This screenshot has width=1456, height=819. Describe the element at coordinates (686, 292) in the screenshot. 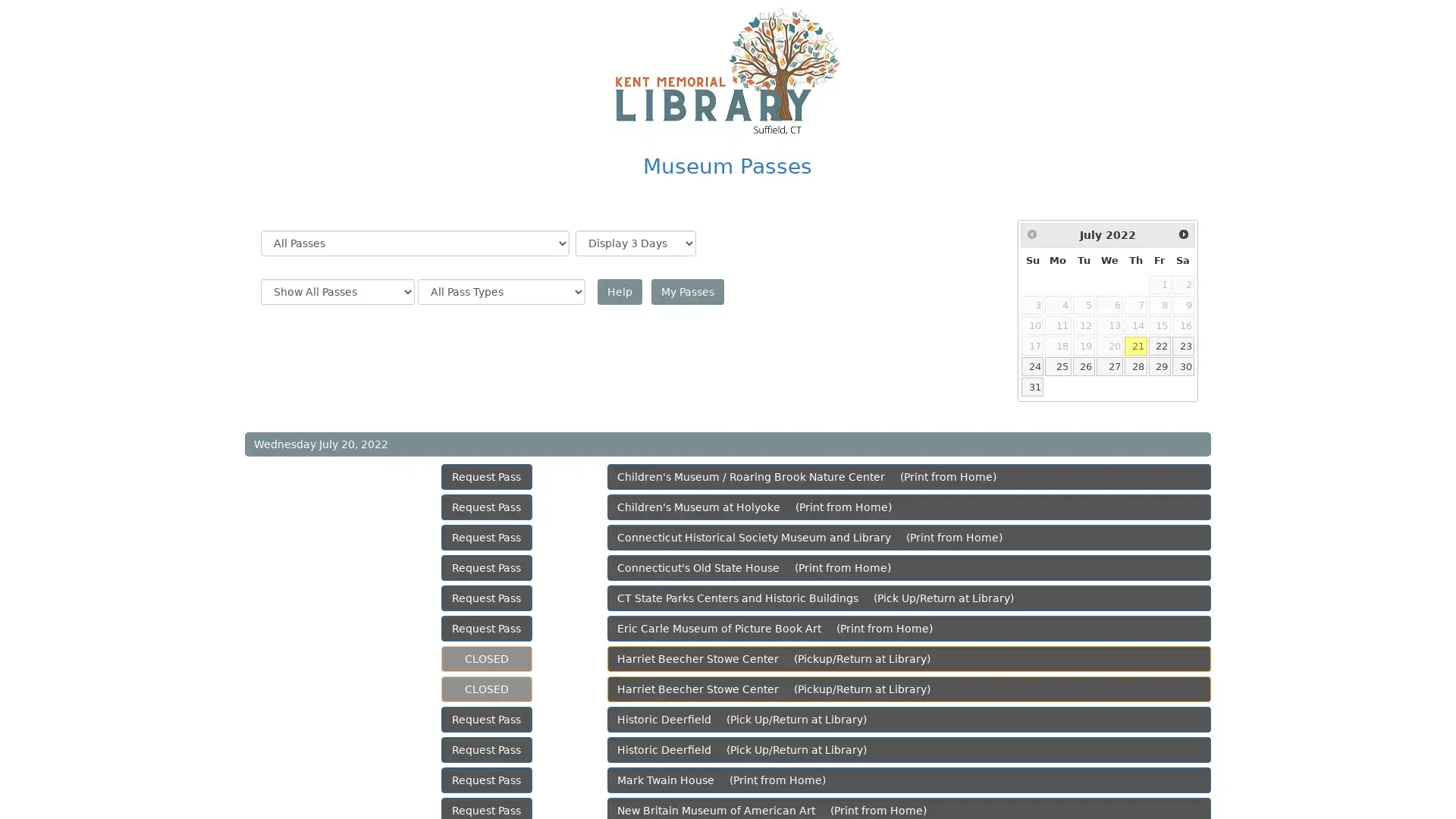

I see `My Passes` at that location.